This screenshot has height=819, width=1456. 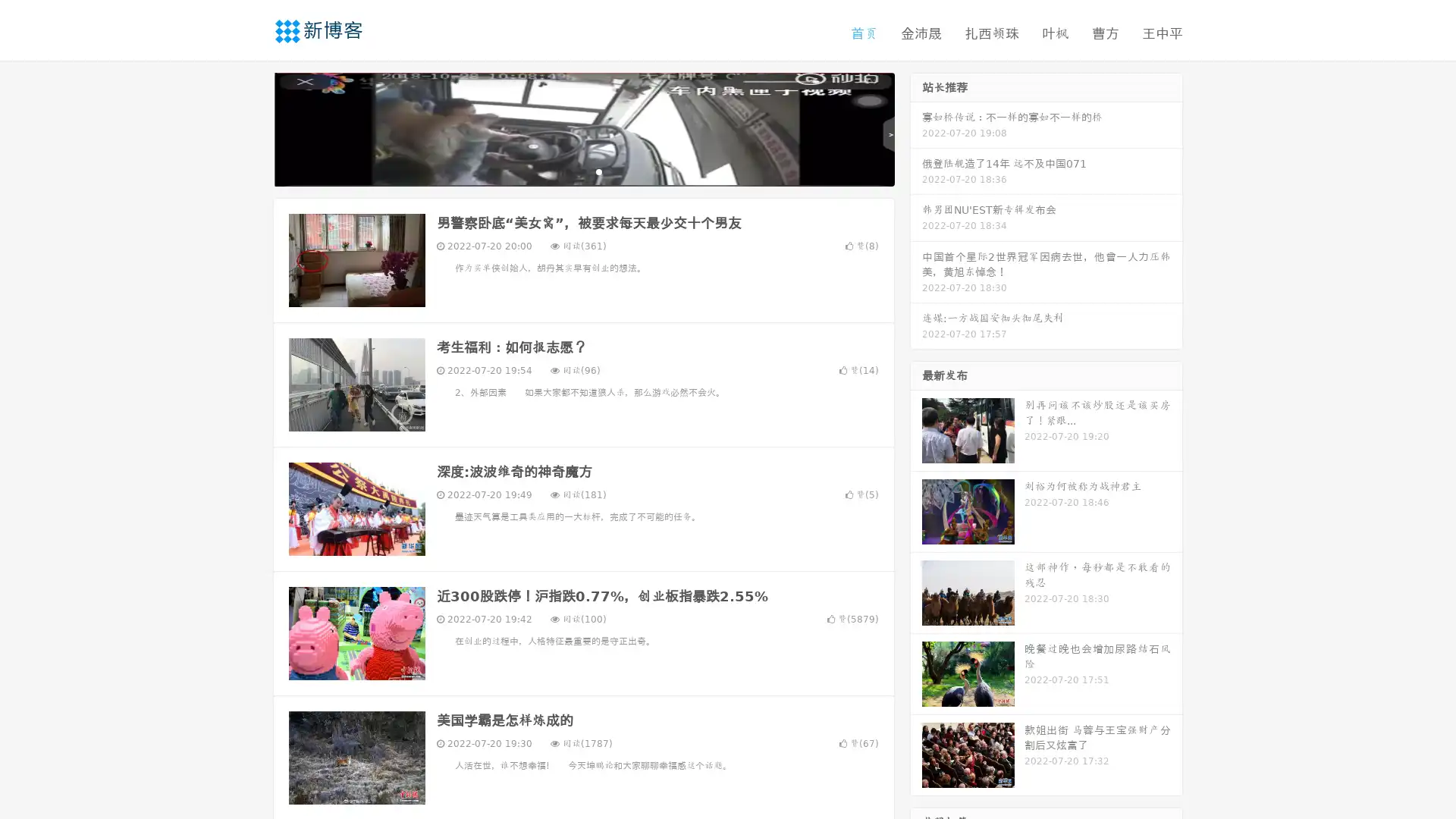 I want to click on Next slide, so click(x=916, y=127).